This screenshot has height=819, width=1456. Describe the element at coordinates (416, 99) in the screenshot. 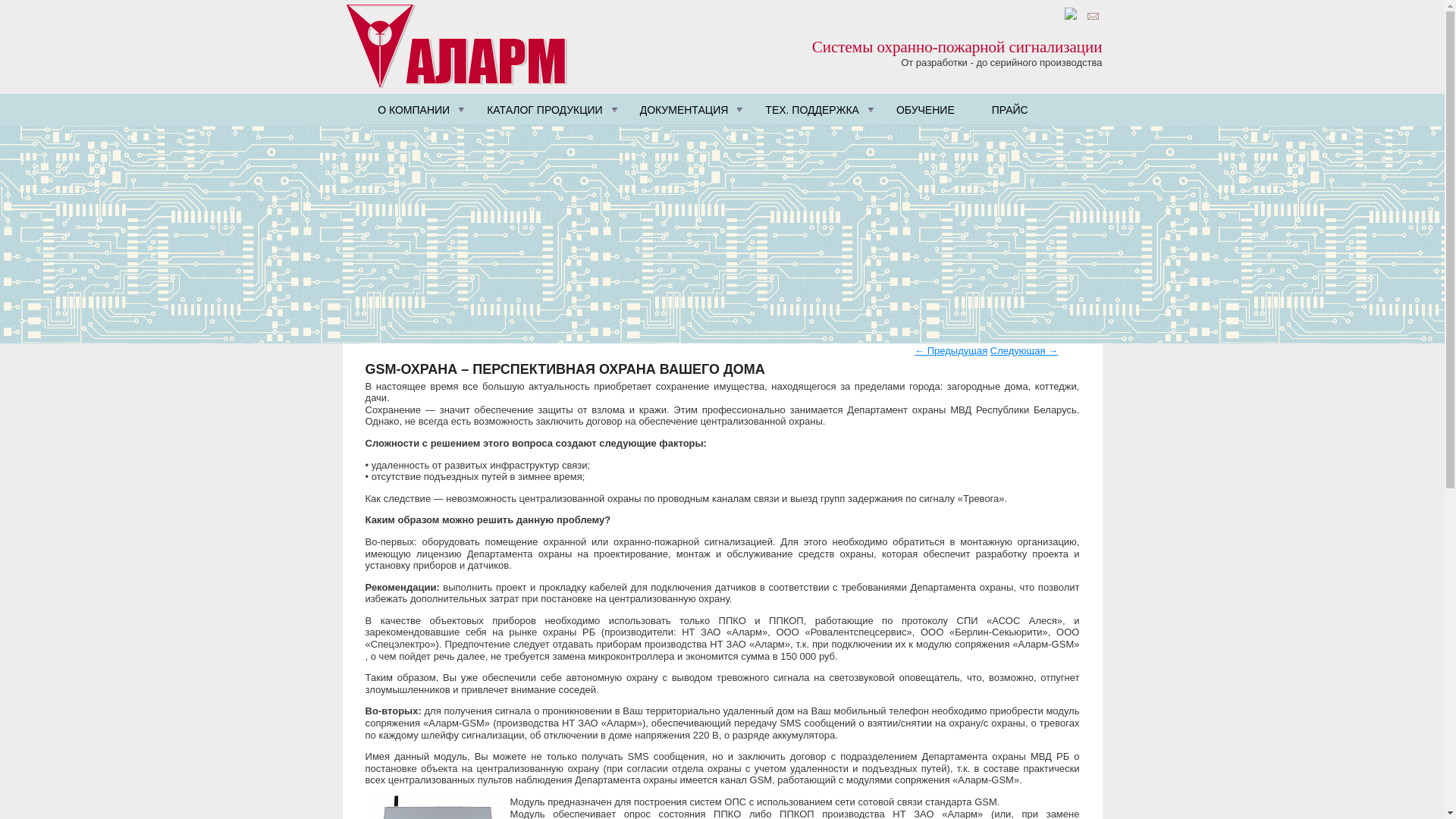

I see `'Skip to primary content'` at that location.